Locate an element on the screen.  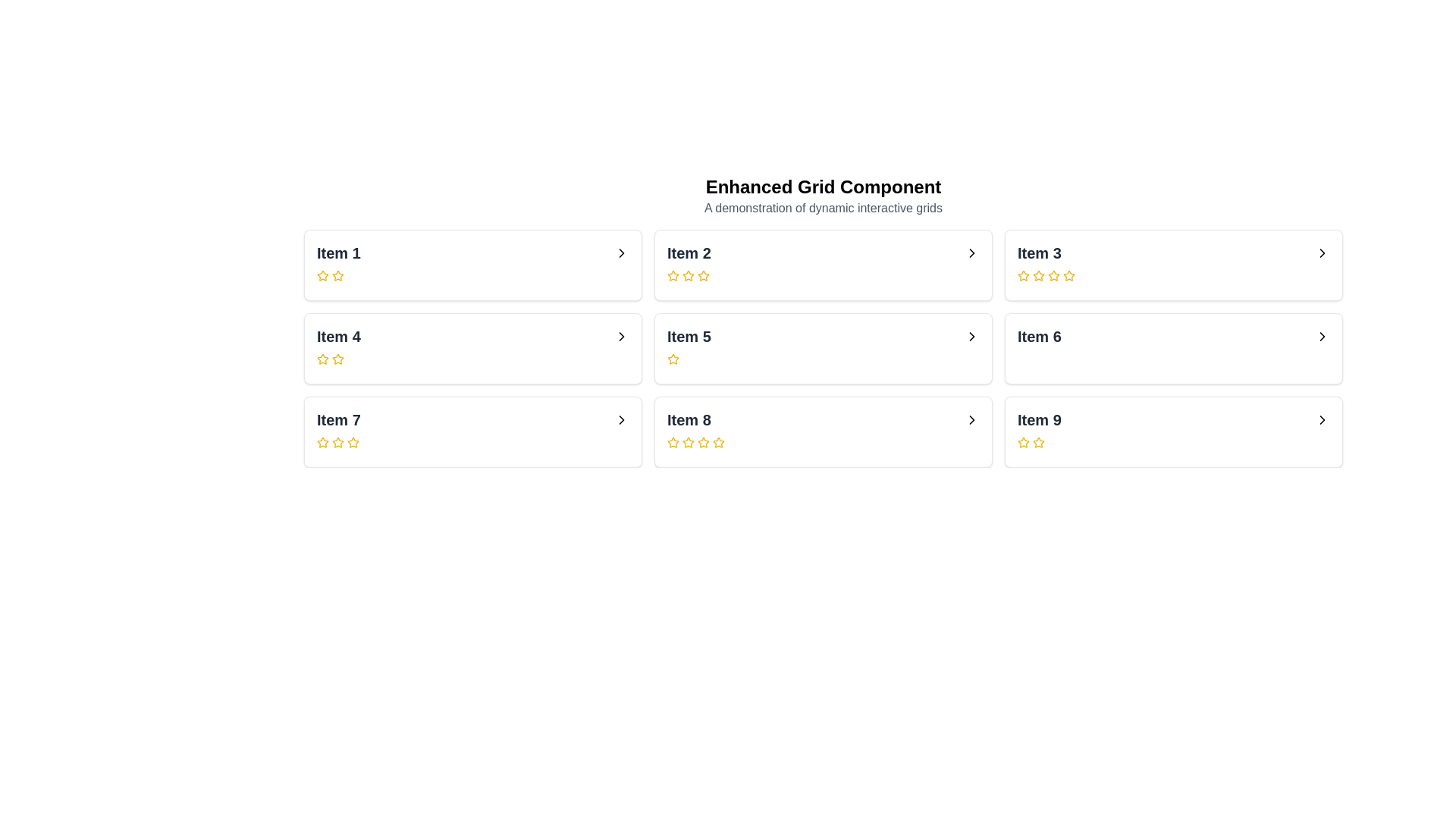
the static text label styled as a header located in the second row and first column of the grid layout, which denotes a section within the UI is located at coordinates (337, 335).